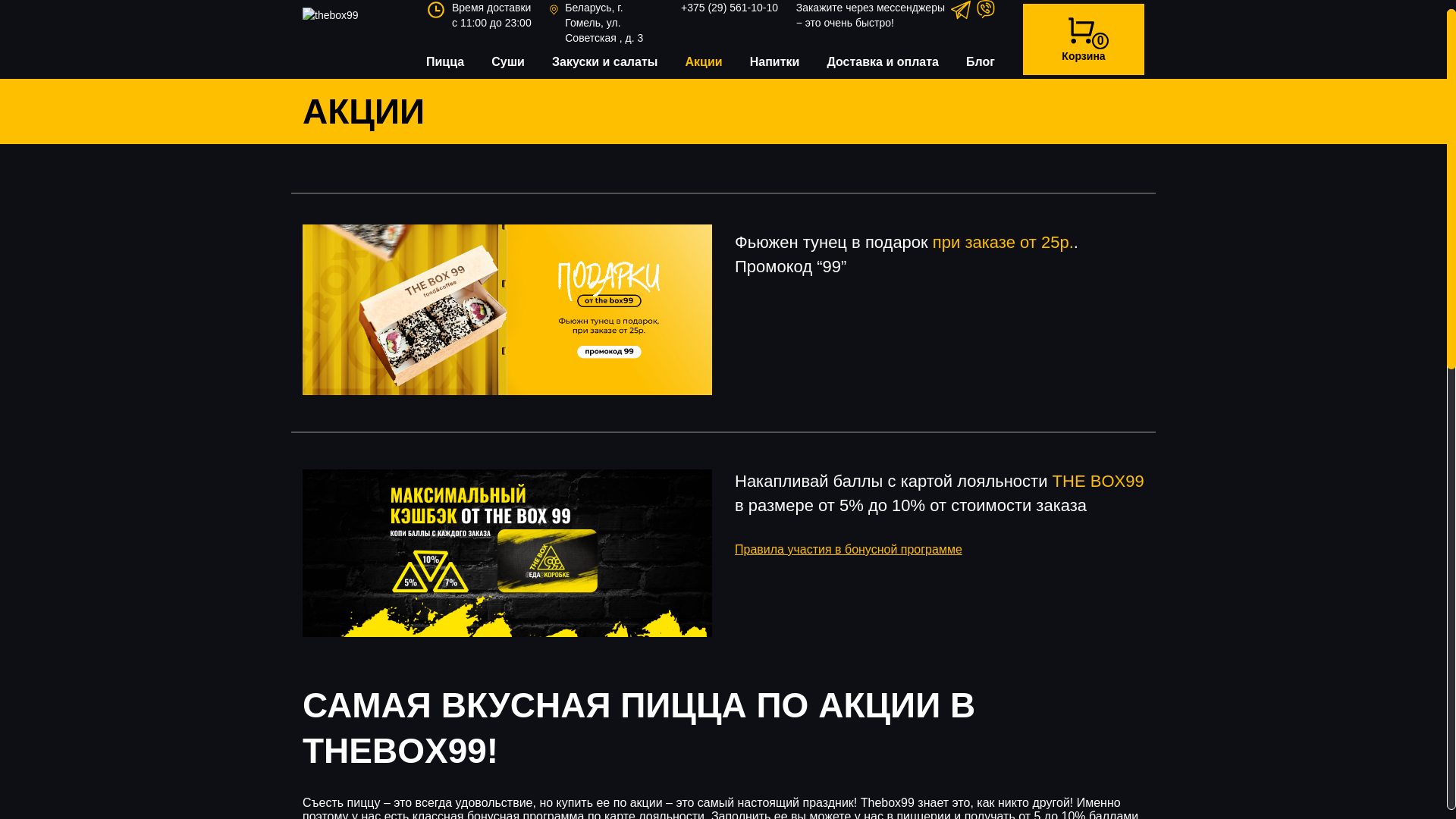 Image resolution: width=1456 pixels, height=819 pixels. I want to click on '+375 (29) 561-10-10', so click(729, 8).